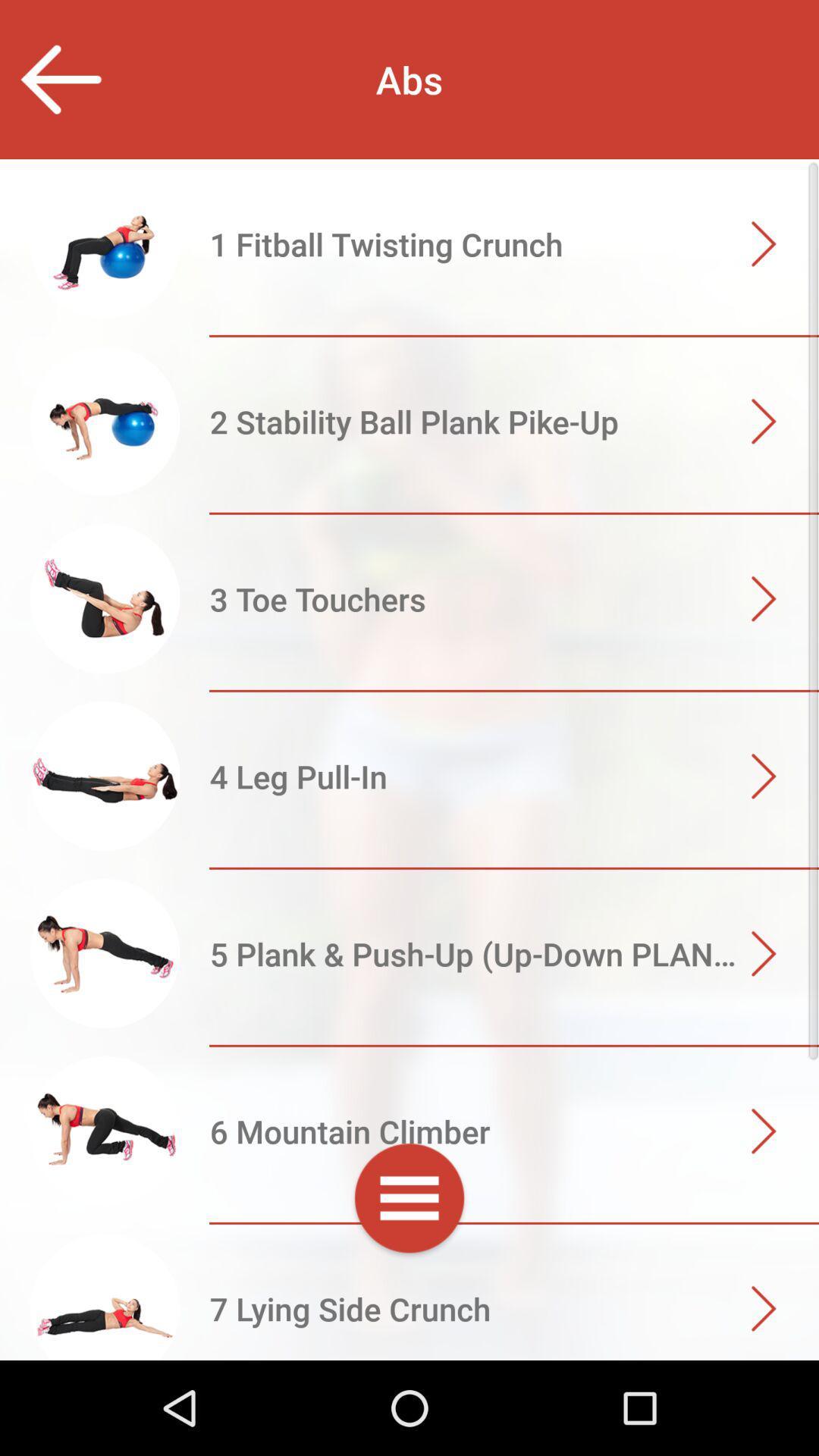 The height and width of the screenshot is (1456, 819). I want to click on go back, so click(59, 79).